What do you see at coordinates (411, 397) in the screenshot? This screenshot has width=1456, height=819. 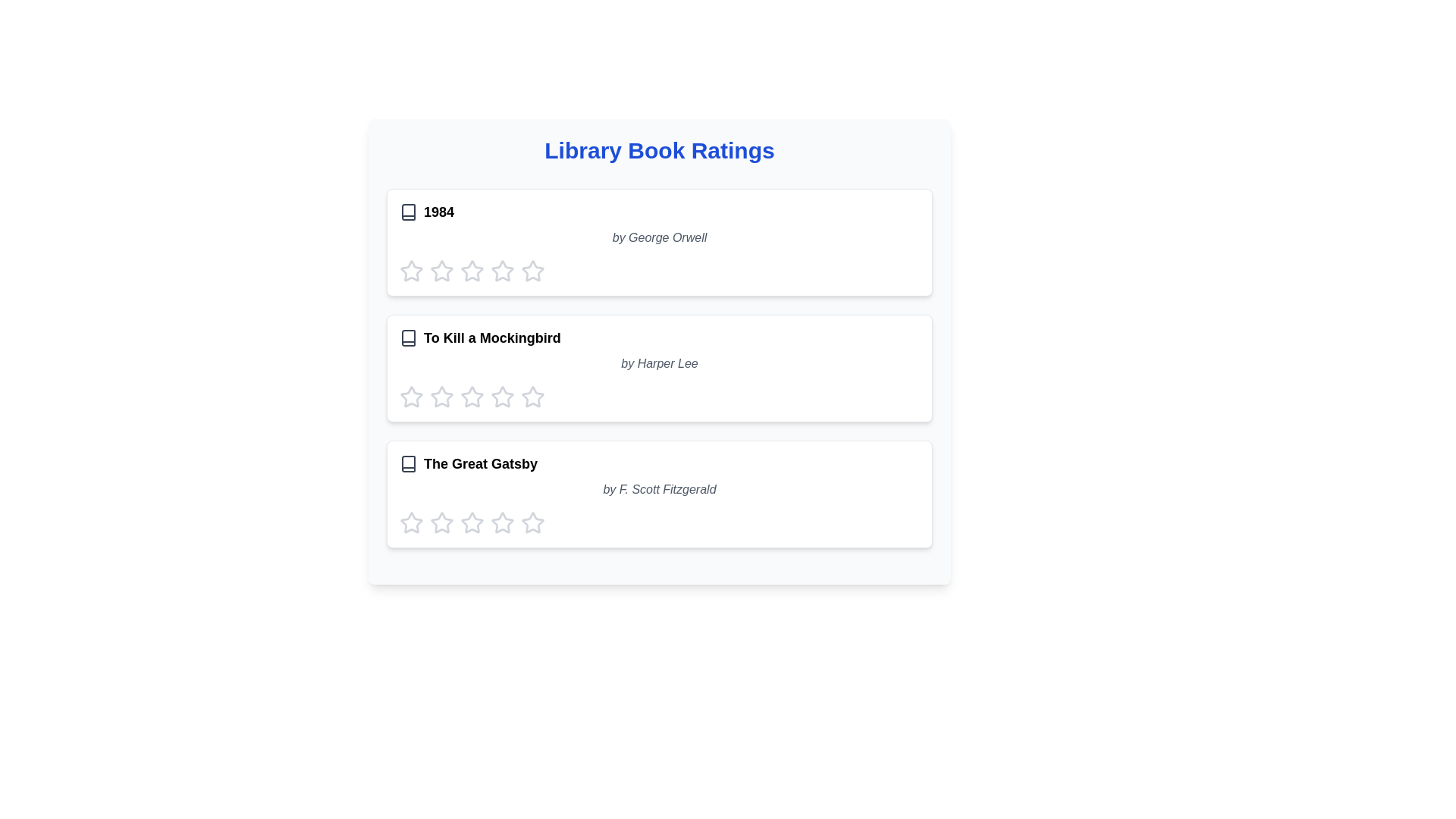 I see `the first star-shaped button to rate the book 'To Kill a Mockingbird' with one star` at bounding box center [411, 397].